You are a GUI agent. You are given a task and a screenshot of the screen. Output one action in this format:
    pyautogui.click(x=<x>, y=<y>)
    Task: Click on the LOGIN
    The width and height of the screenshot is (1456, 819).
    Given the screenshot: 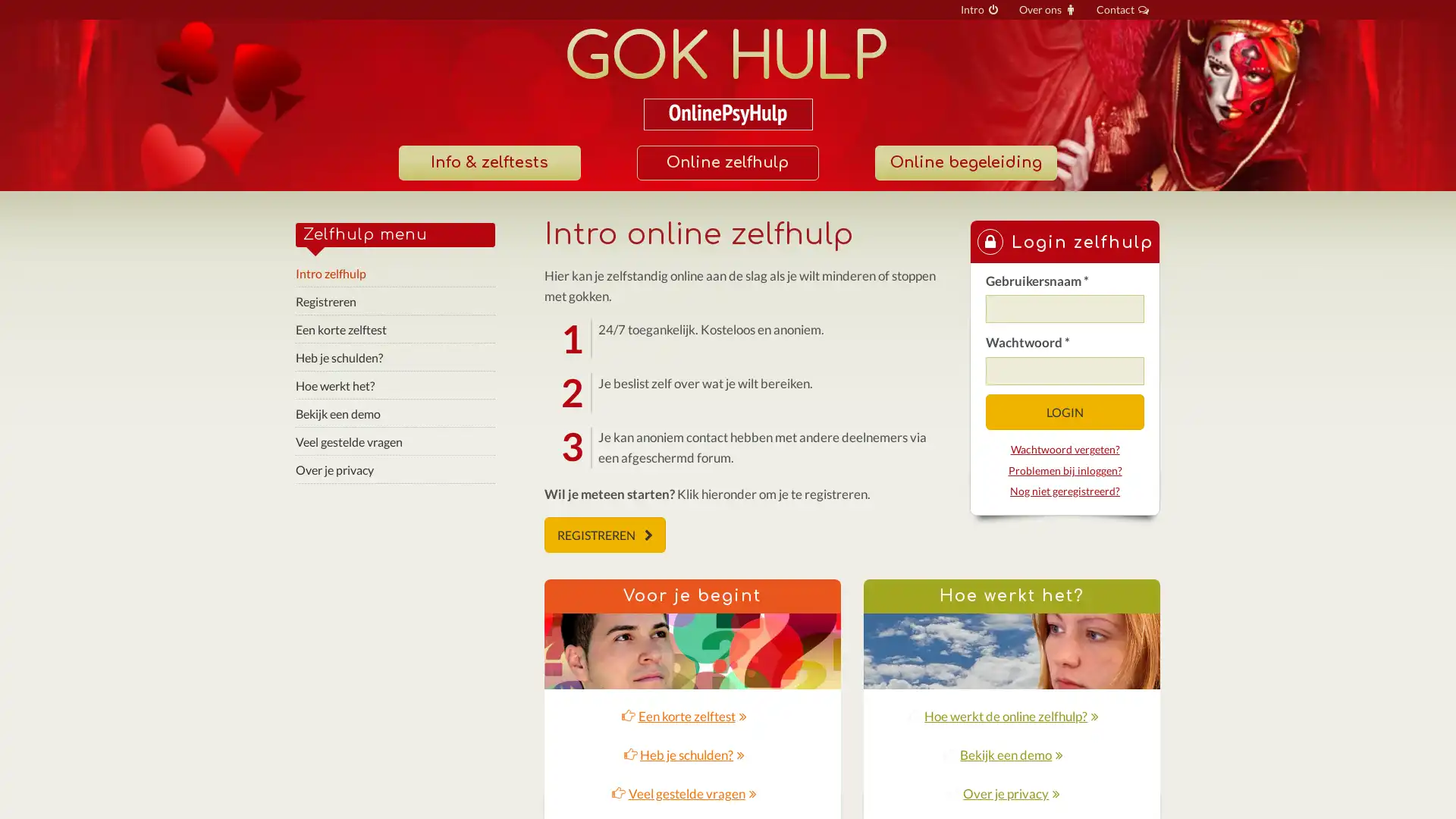 What is the action you would take?
    pyautogui.click(x=1063, y=412)
    